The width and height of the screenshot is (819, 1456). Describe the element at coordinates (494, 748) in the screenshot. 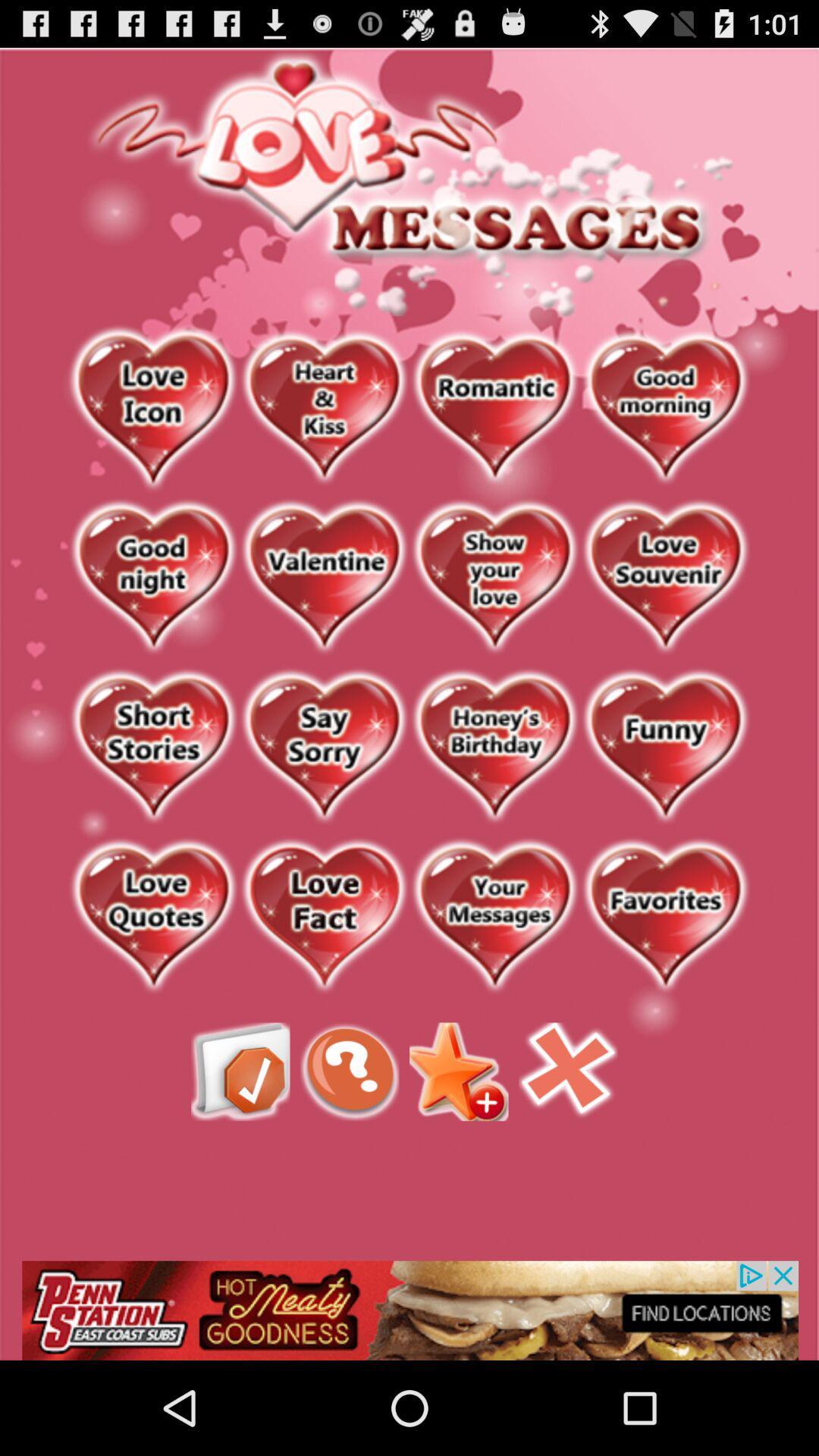

I see `message honeys birthday` at that location.